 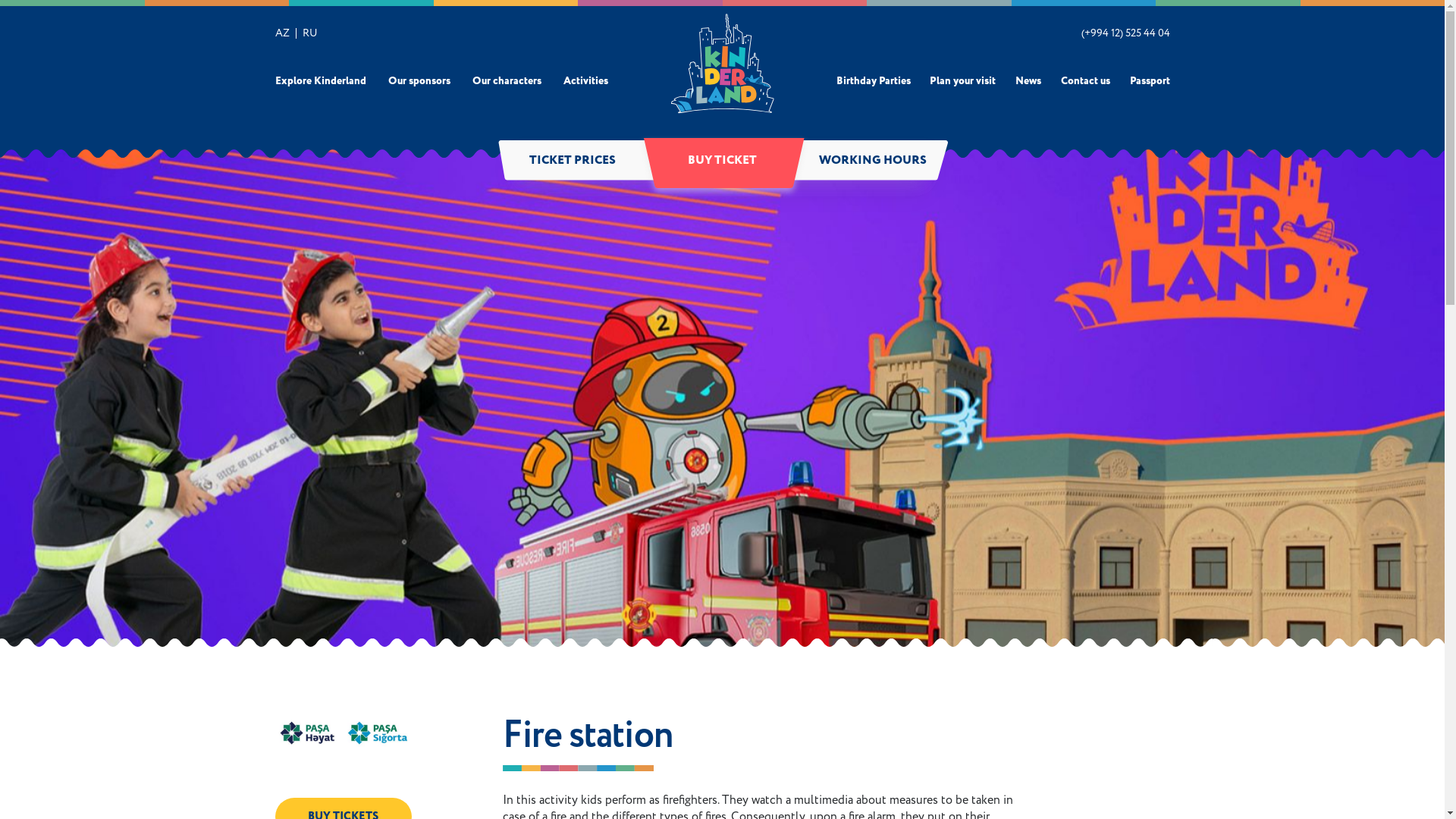 I want to click on 'Plan your visit', so click(x=962, y=81).